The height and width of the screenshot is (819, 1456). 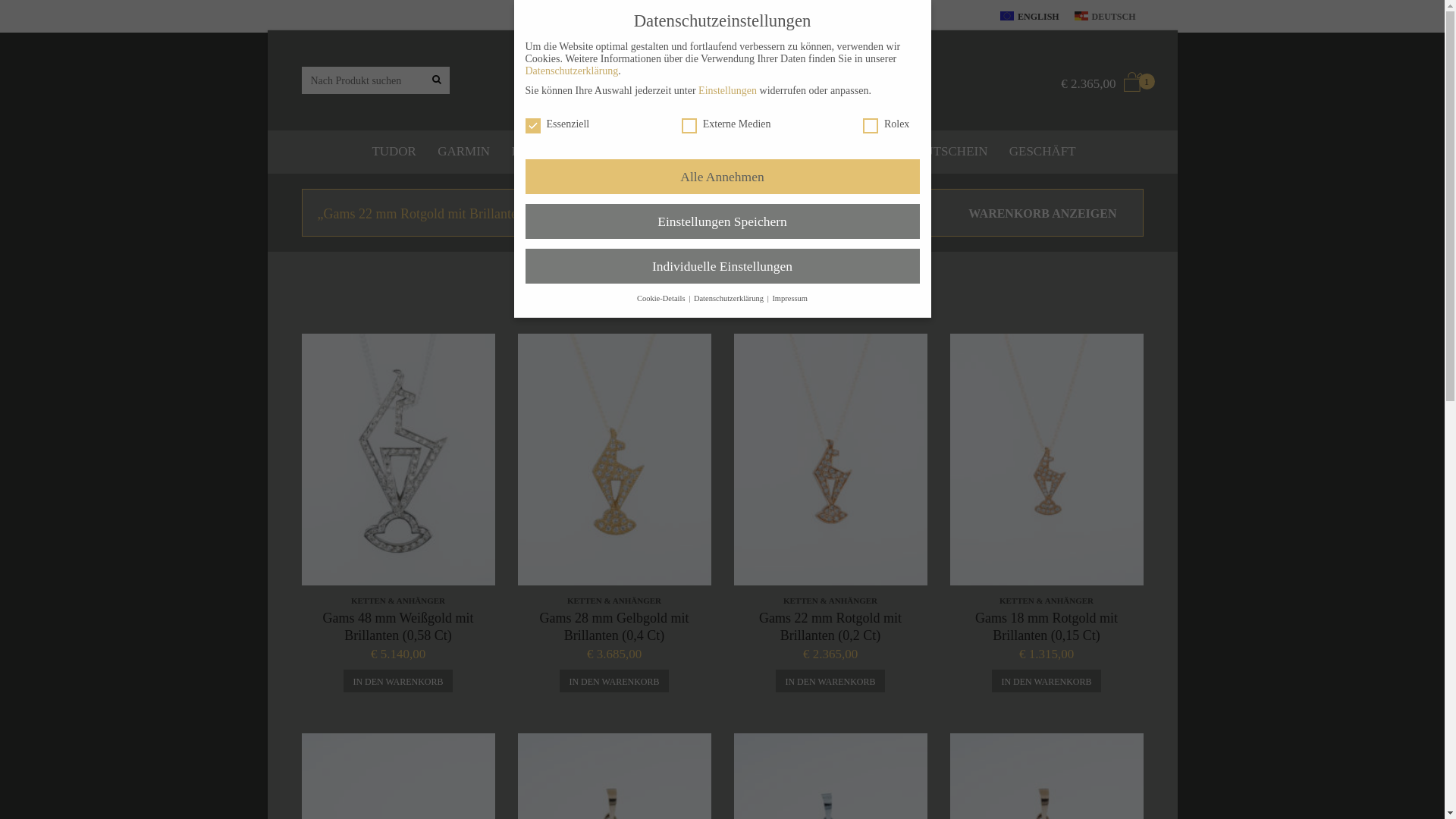 I want to click on 'IN DEN WARENKORB', so click(x=775, y=680).